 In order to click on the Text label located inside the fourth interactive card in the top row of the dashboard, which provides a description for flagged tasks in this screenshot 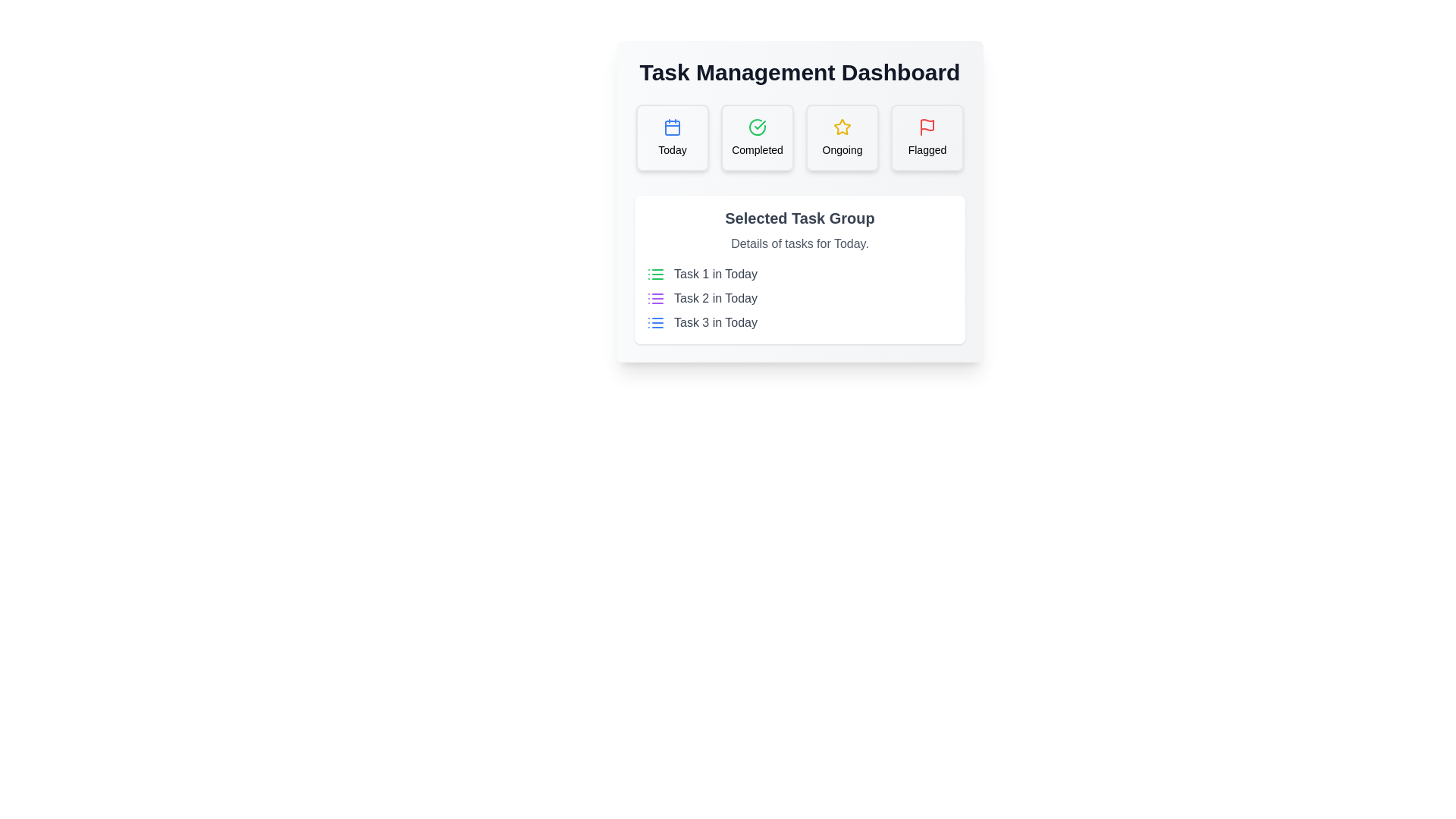, I will do `click(927, 149)`.